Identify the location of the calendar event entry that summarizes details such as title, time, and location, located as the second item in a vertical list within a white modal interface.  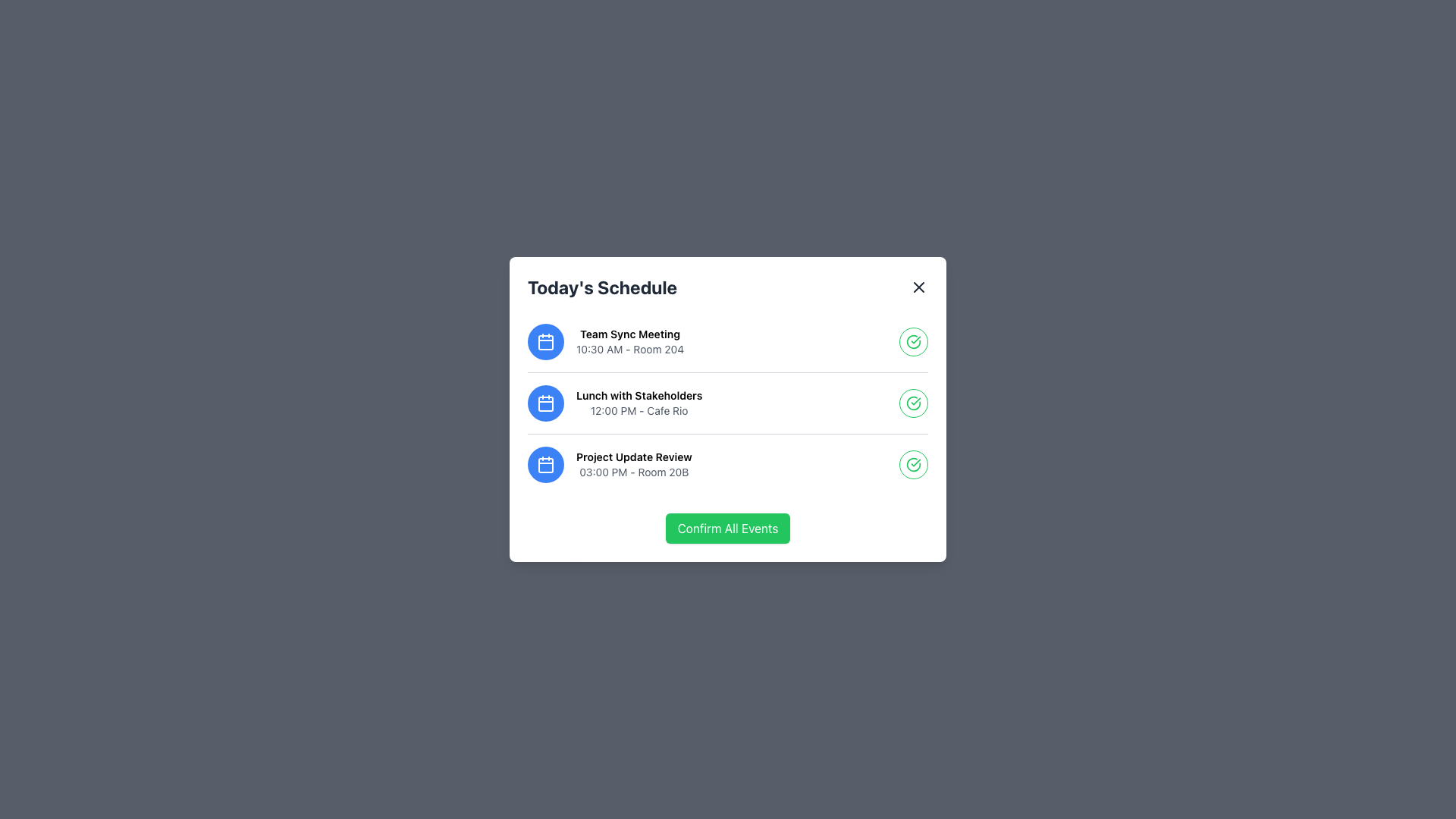
(615, 403).